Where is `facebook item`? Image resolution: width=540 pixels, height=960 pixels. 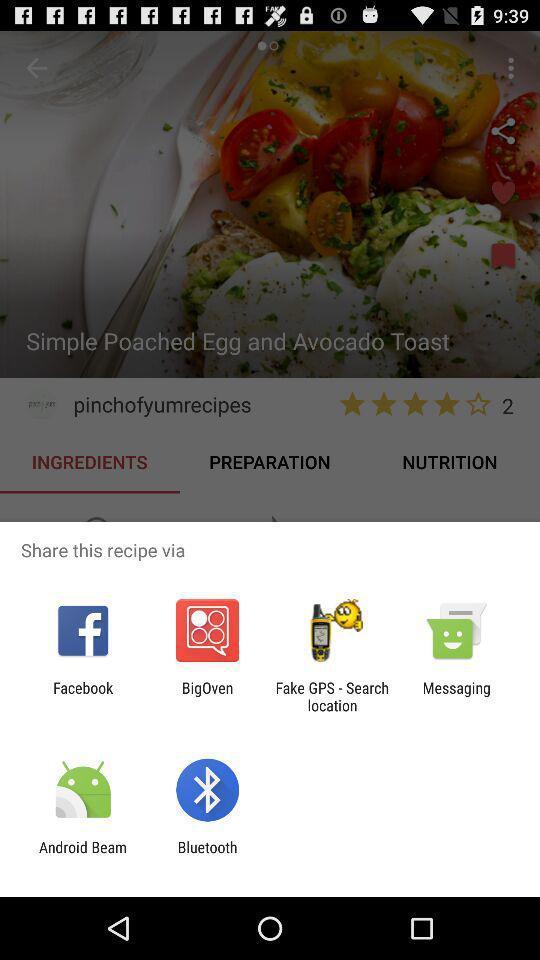 facebook item is located at coordinates (82, 696).